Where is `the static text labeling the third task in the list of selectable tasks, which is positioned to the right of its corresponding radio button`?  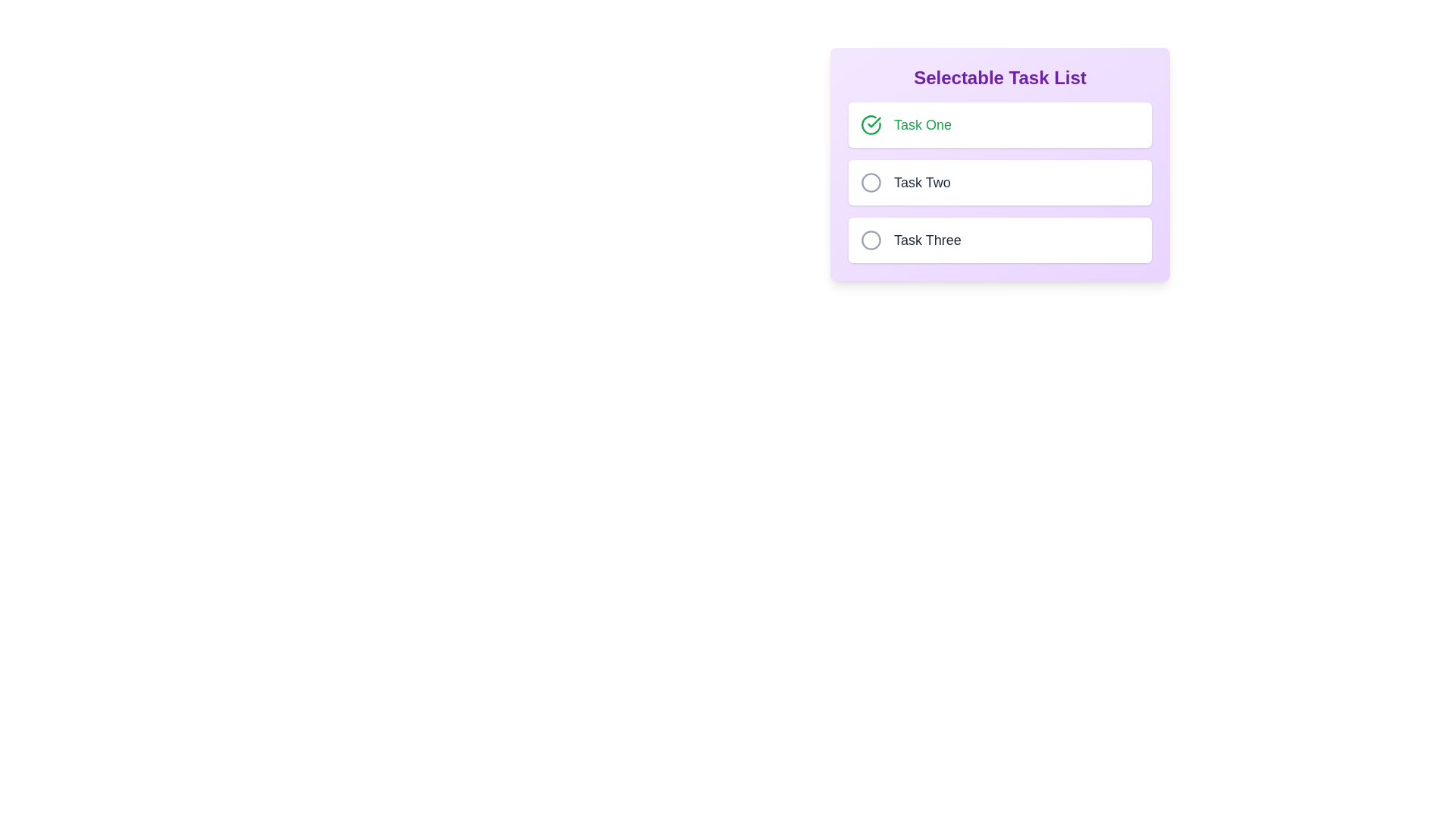
the static text labeling the third task in the list of selectable tasks, which is positioned to the right of its corresponding radio button is located at coordinates (927, 239).